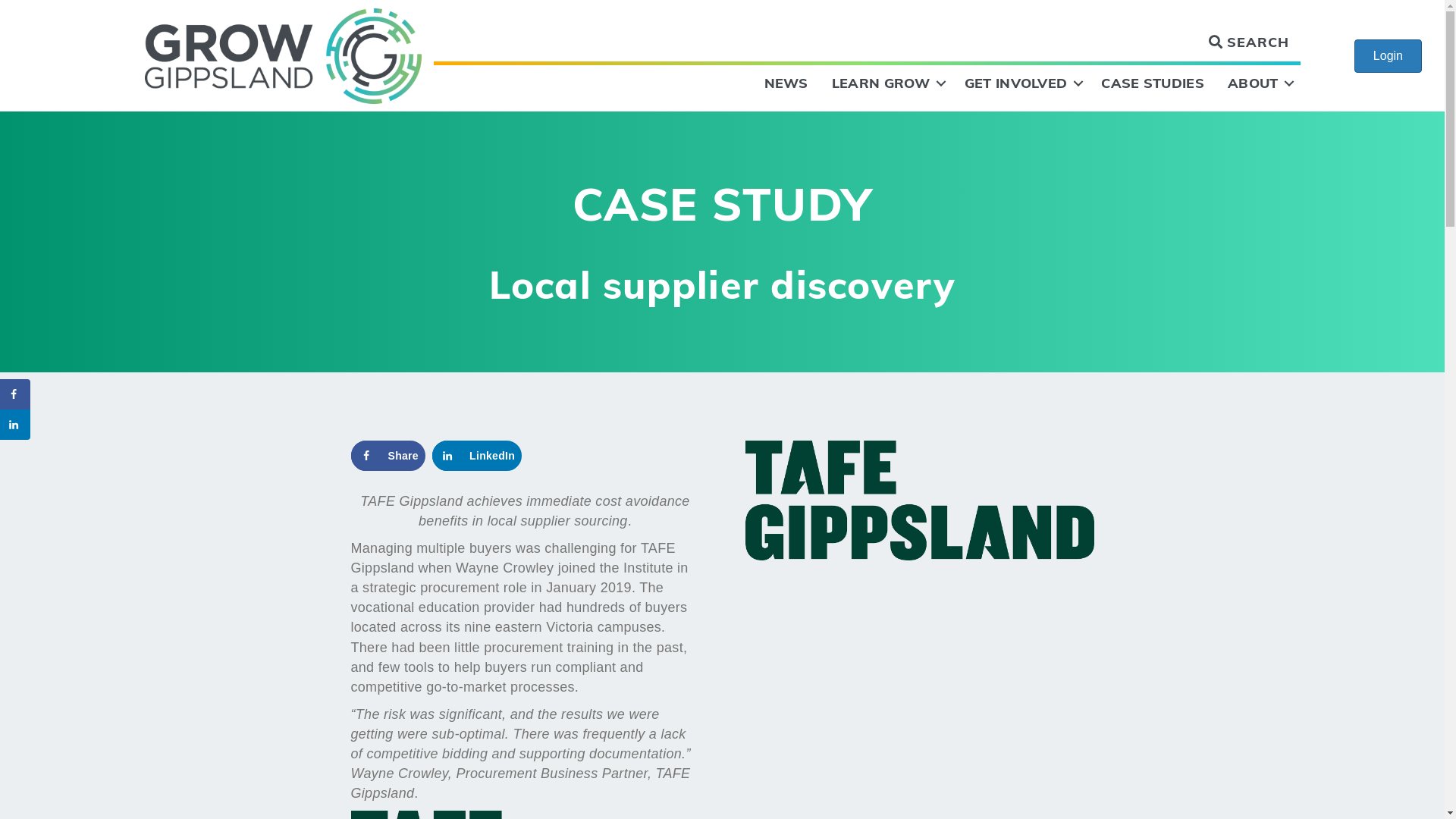 This screenshot has height=819, width=1456. I want to click on 'GET INVOLVED', so click(1021, 83).